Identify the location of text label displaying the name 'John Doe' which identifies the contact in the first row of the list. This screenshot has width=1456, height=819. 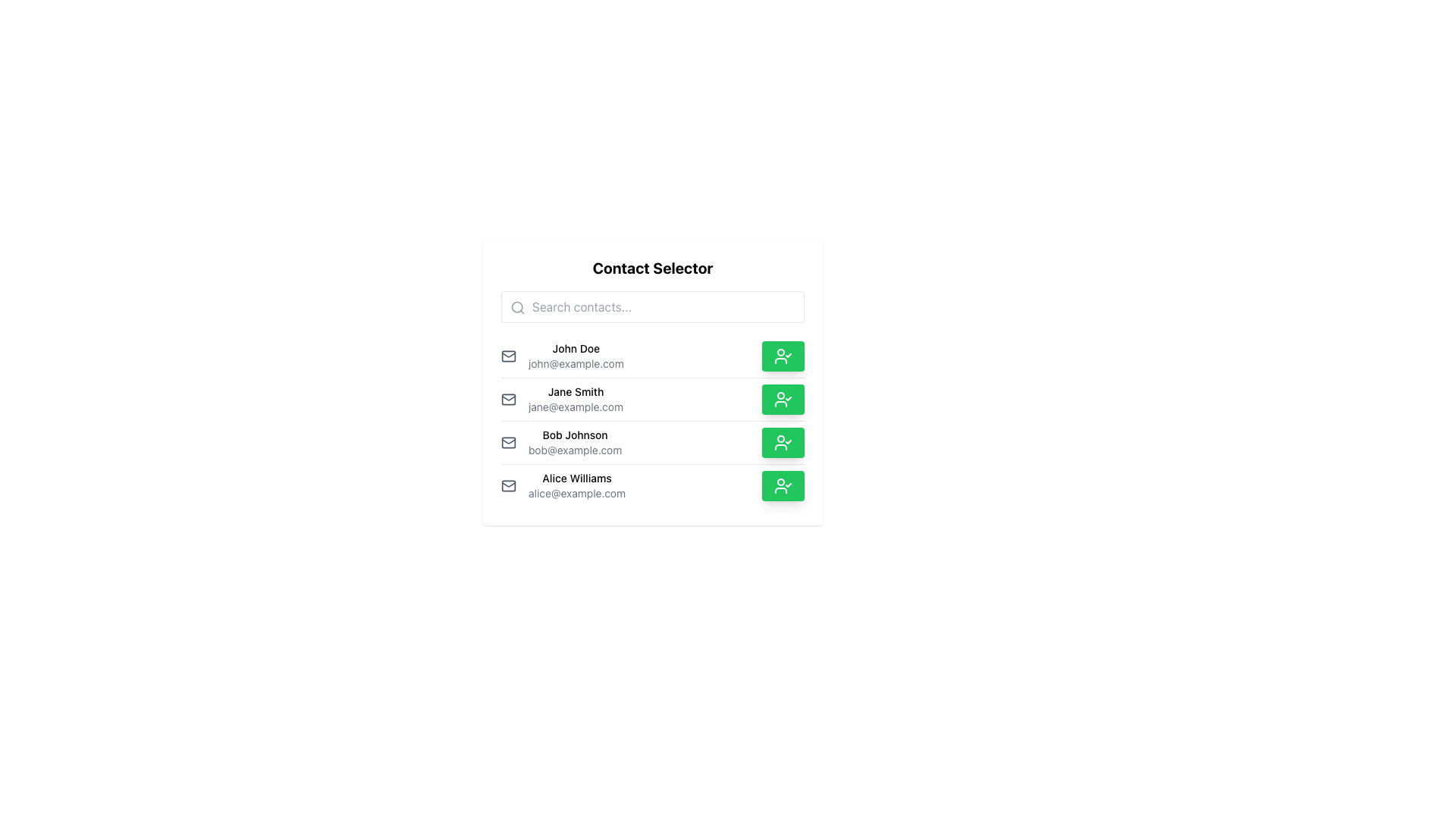
(575, 348).